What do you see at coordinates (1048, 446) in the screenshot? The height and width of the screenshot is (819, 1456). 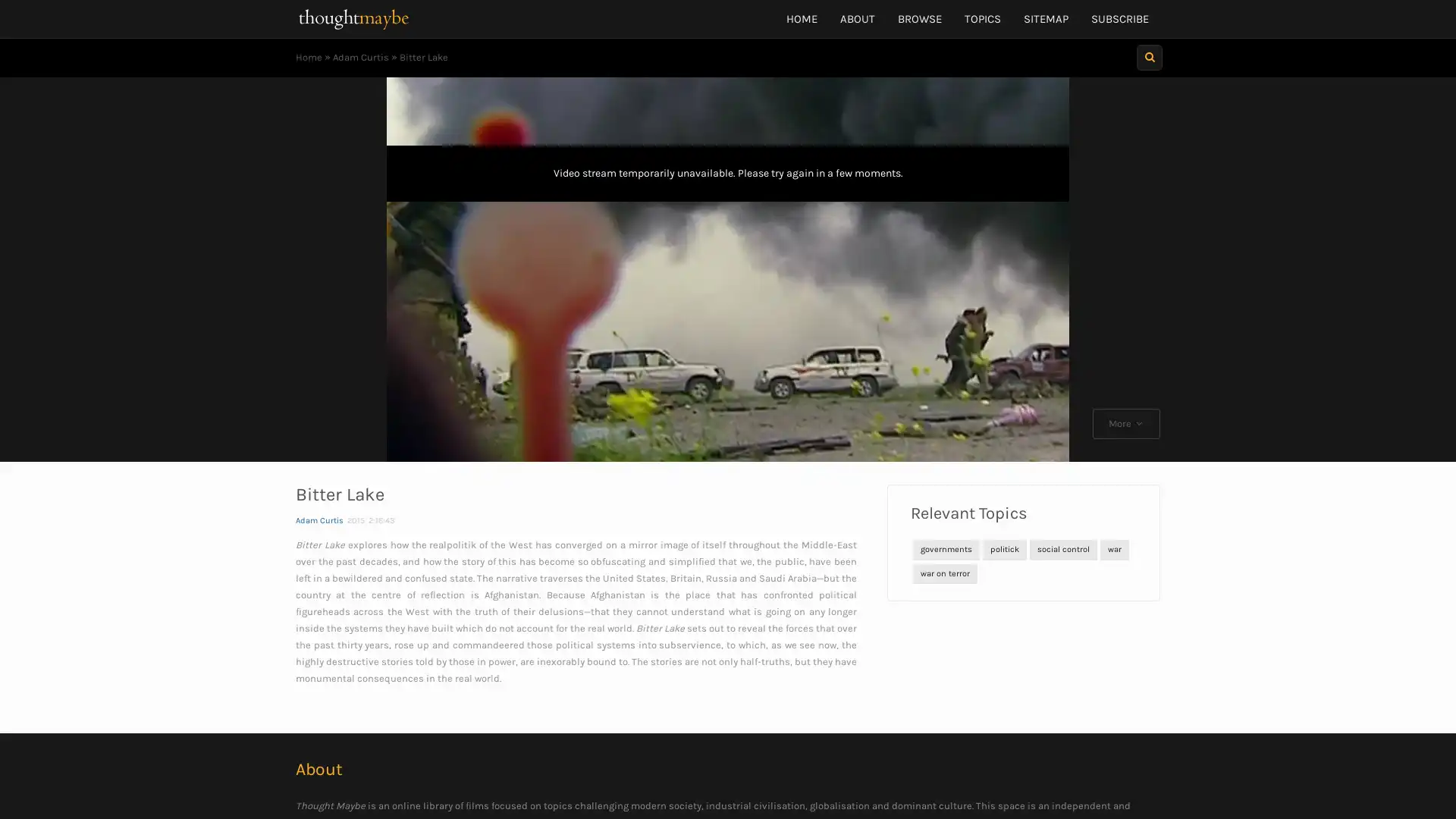 I see `Fullscreen` at bounding box center [1048, 446].